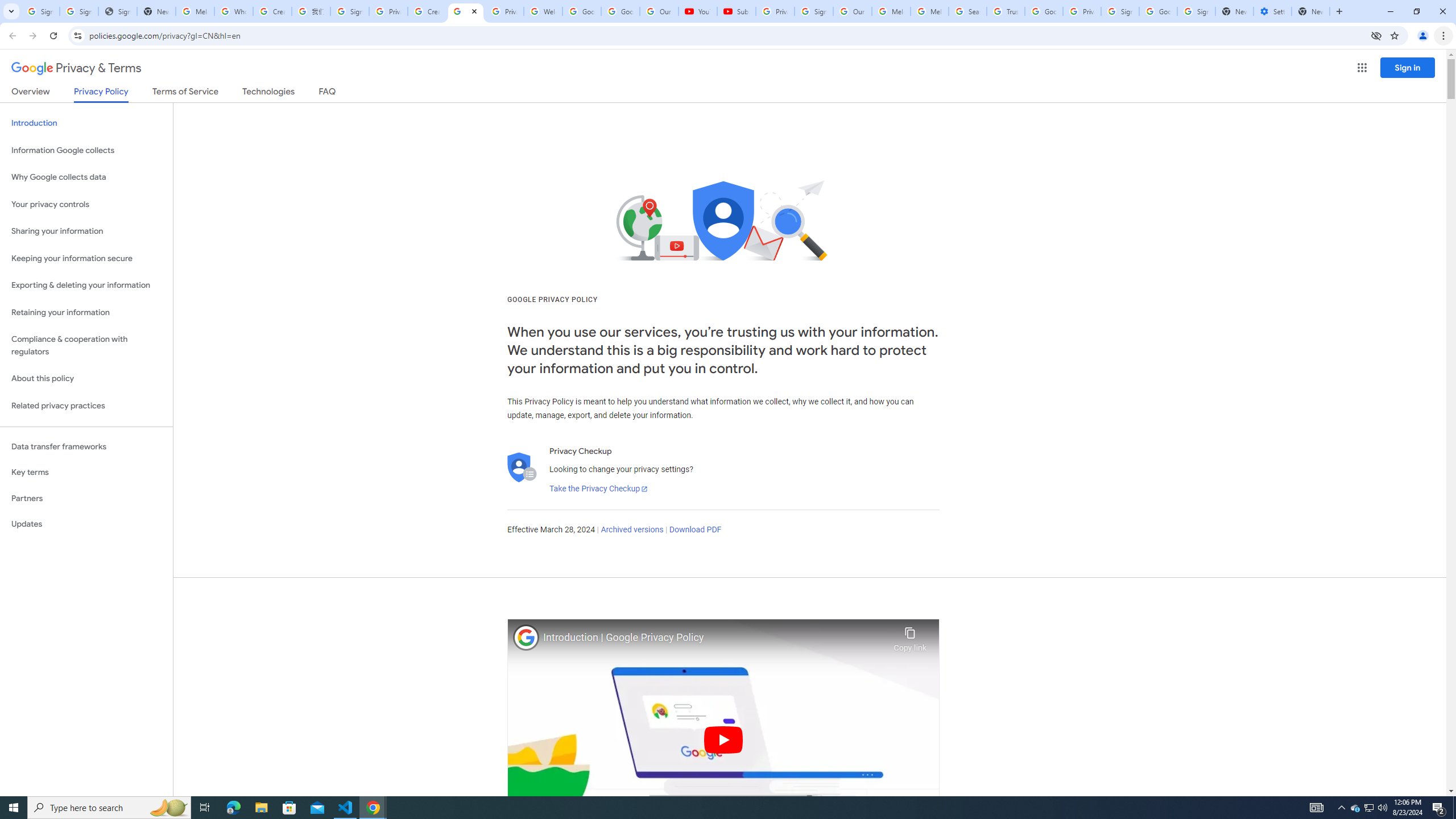 The image size is (1456, 819). Describe the element at coordinates (542, 11) in the screenshot. I see `'Welcome to My Activity'` at that location.